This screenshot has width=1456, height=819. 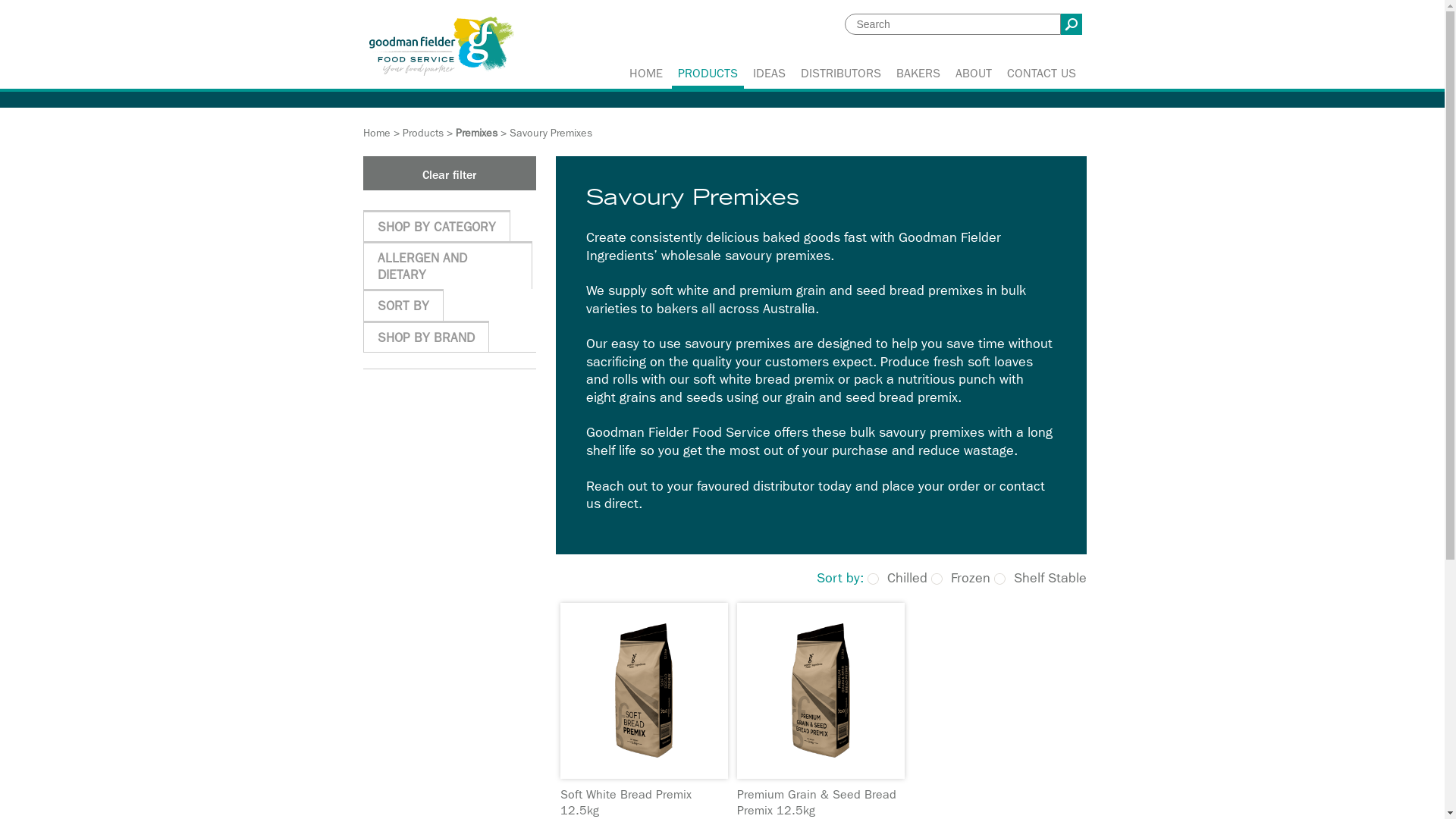 What do you see at coordinates (1040, 74) in the screenshot?
I see `'CONTACT US'` at bounding box center [1040, 74].